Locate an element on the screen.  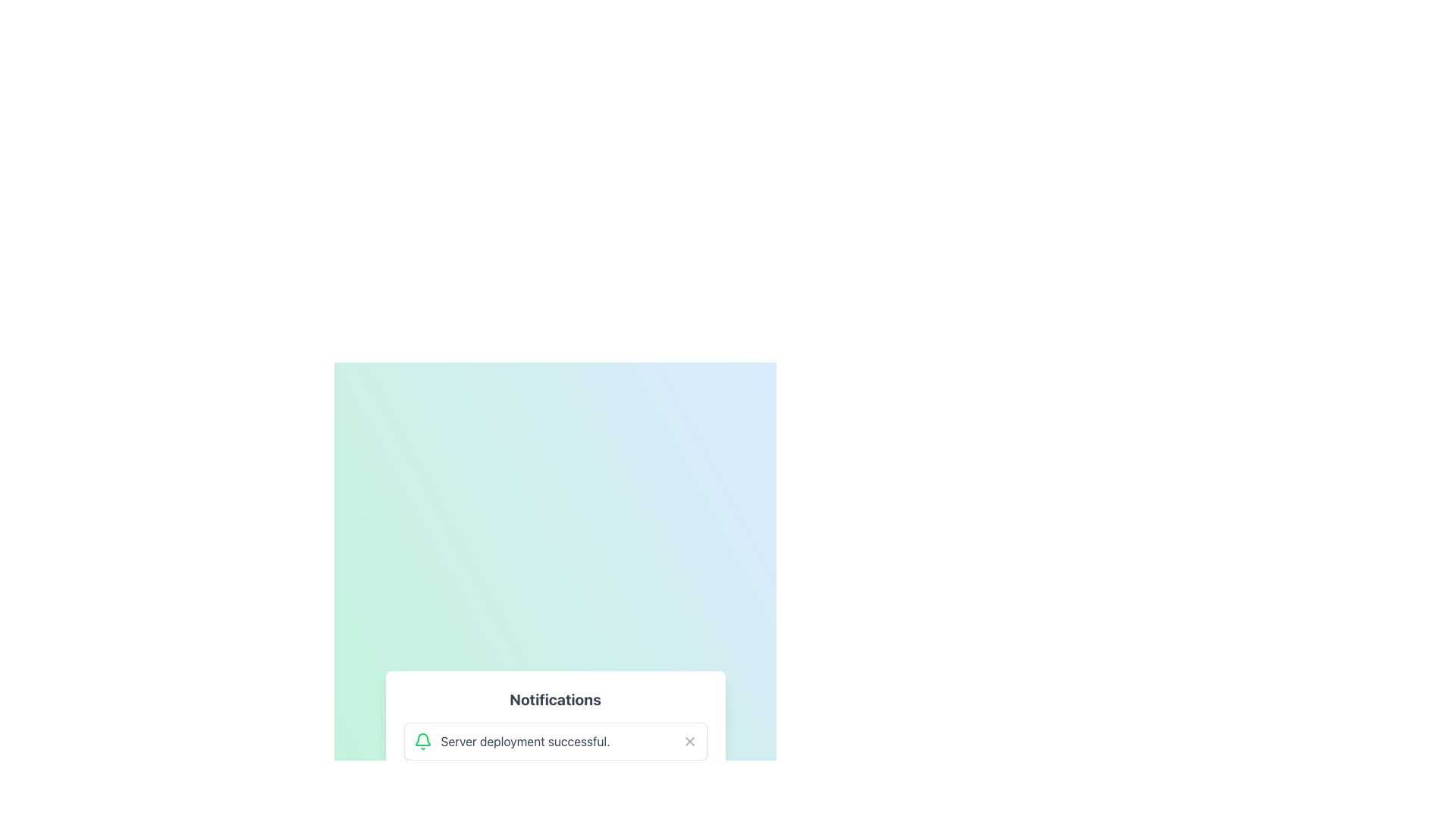
the notification message about the success of the server deployment, which is located at the bottom center of the interface with a bell icon preceding the text is located at coordinates (512, 741).